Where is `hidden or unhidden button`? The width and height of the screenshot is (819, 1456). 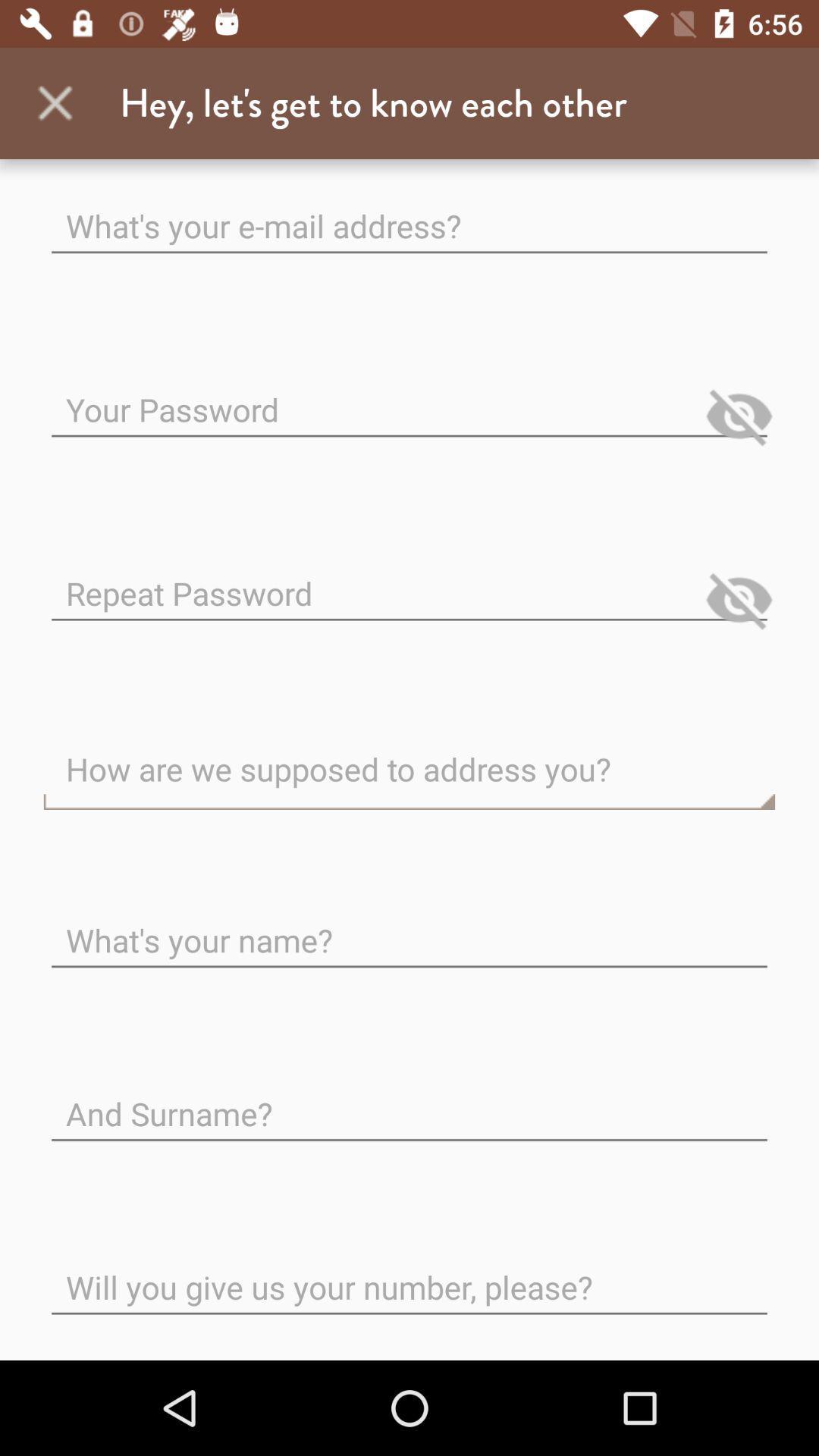 hidden or unhidden button is located at coordinates (739, 416).